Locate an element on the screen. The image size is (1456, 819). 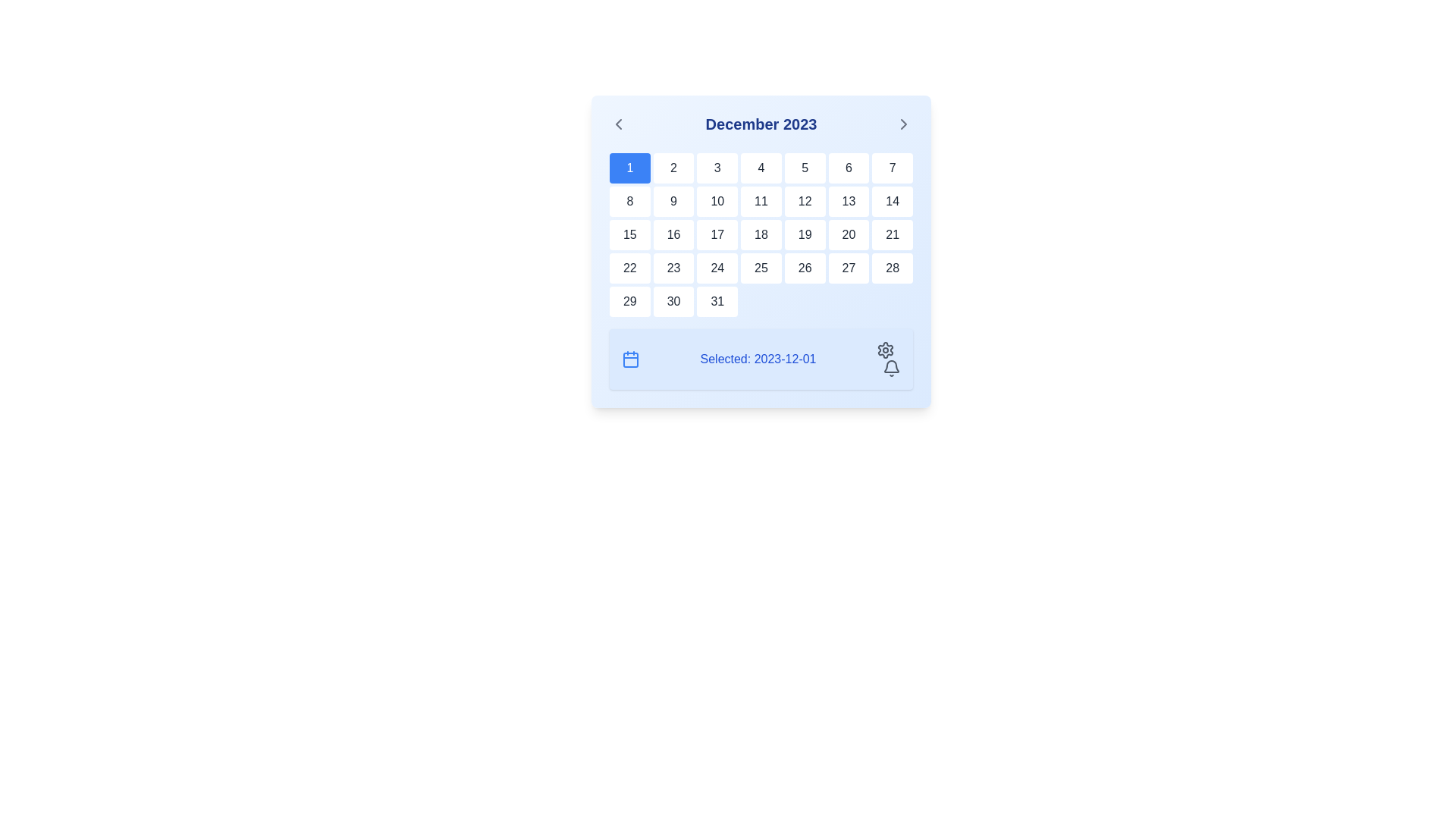
keyboard navigation is located at coordinates (848, 168).